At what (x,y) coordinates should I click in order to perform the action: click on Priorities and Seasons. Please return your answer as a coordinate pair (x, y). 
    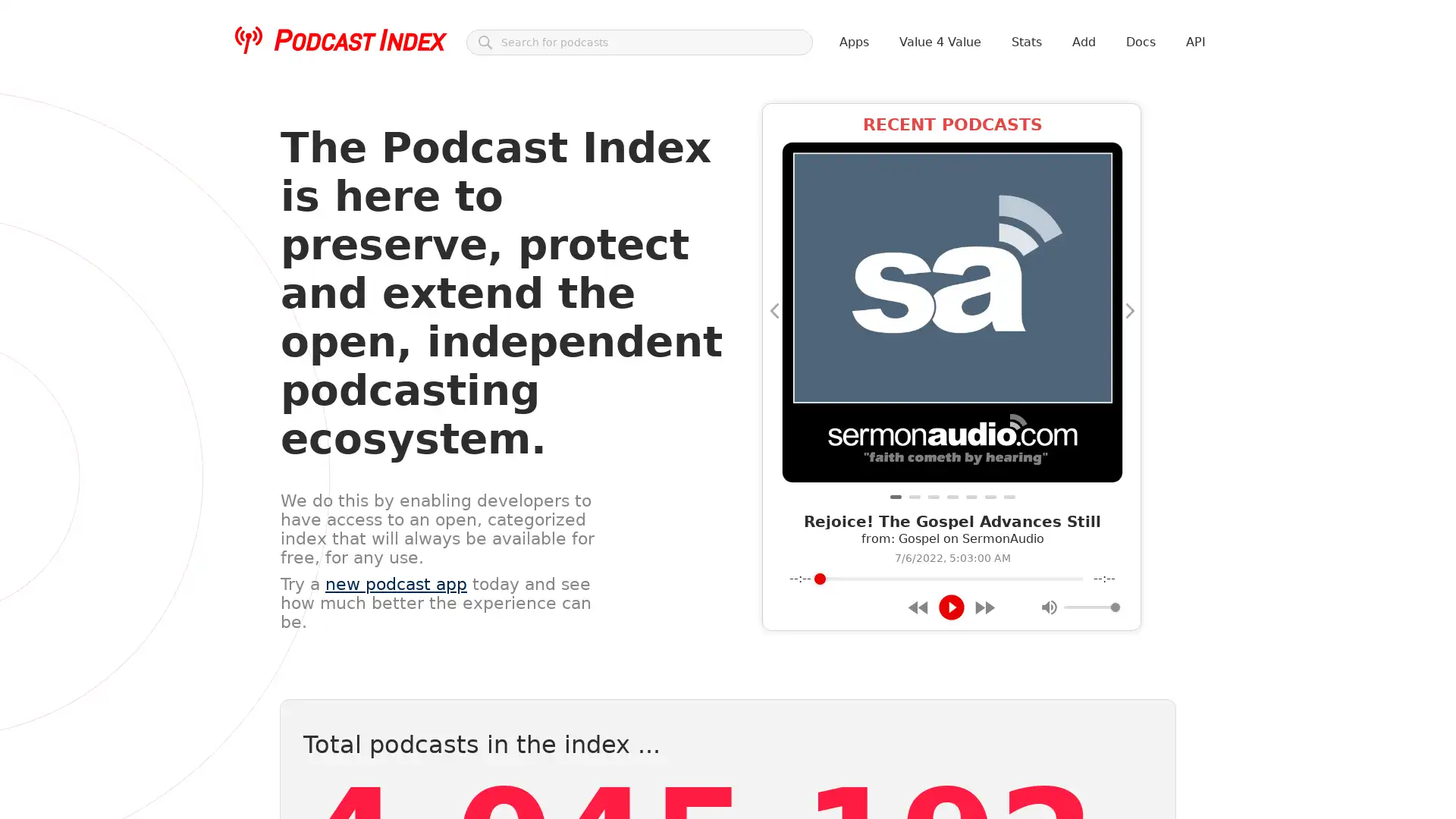
    Looking at the image, I should click on (990, 497).